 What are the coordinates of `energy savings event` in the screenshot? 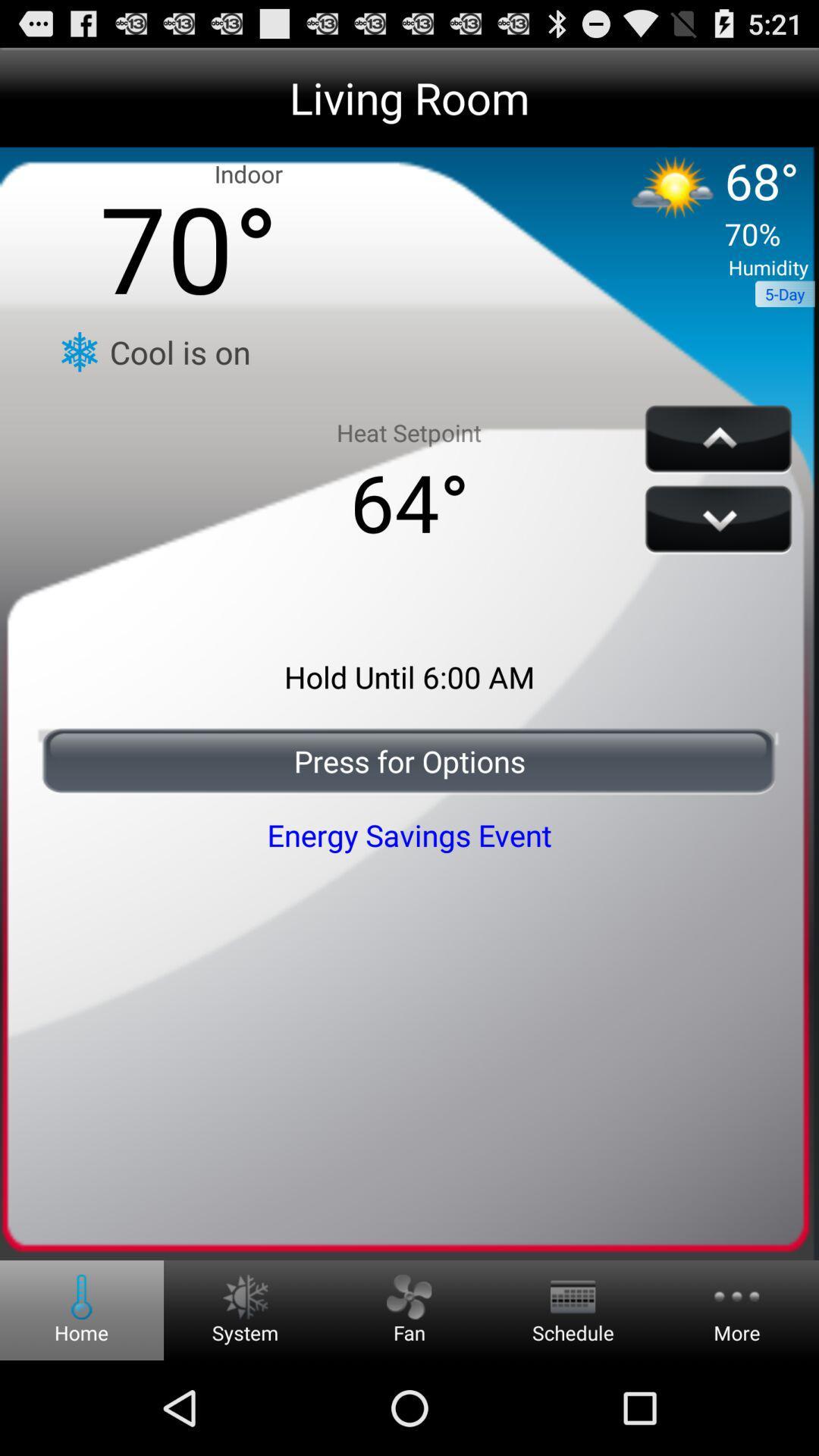 It's located at (409, 834).